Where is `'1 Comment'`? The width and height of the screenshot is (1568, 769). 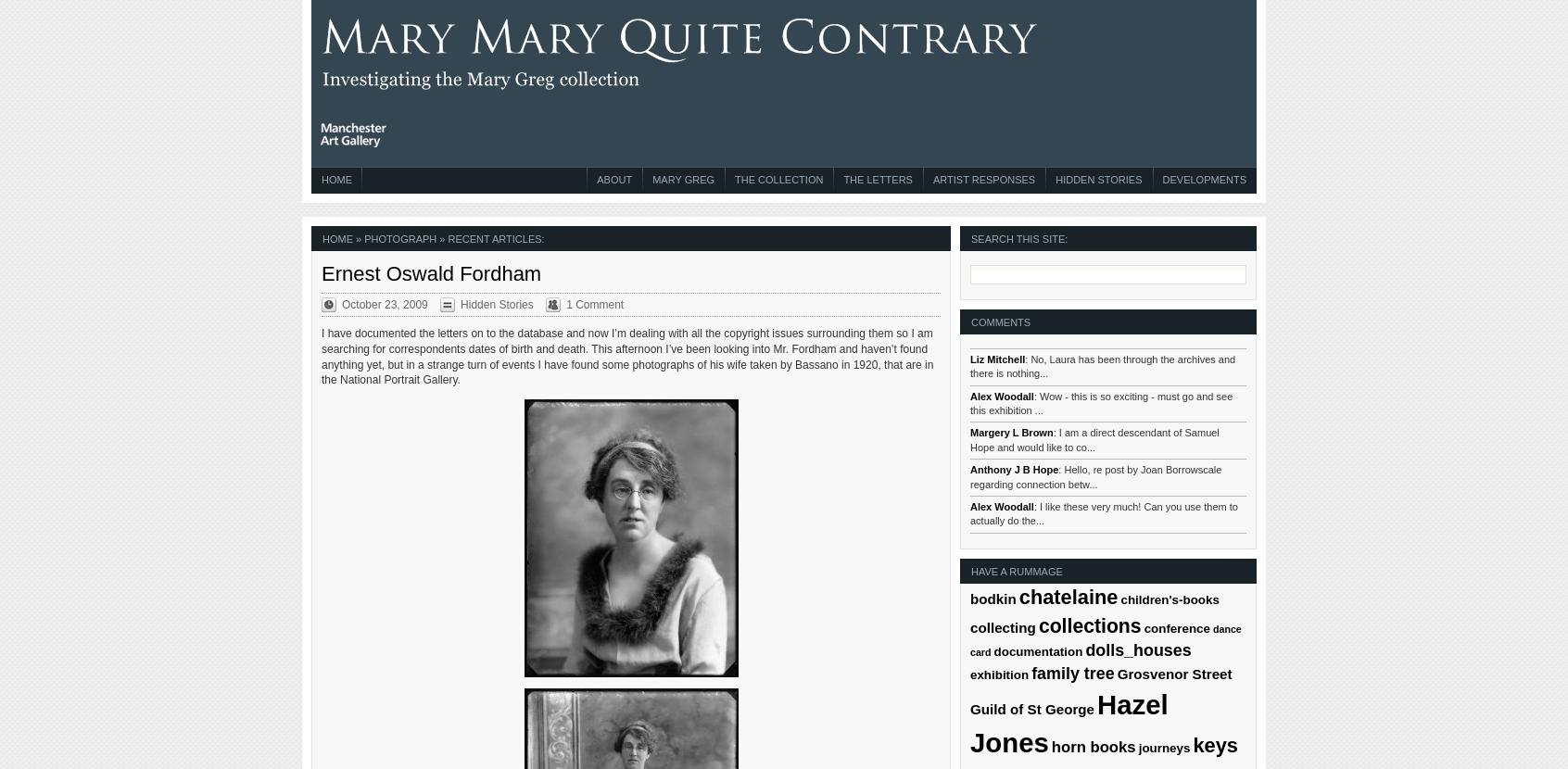
'1 Comment' is located at coordinates (594, 303).